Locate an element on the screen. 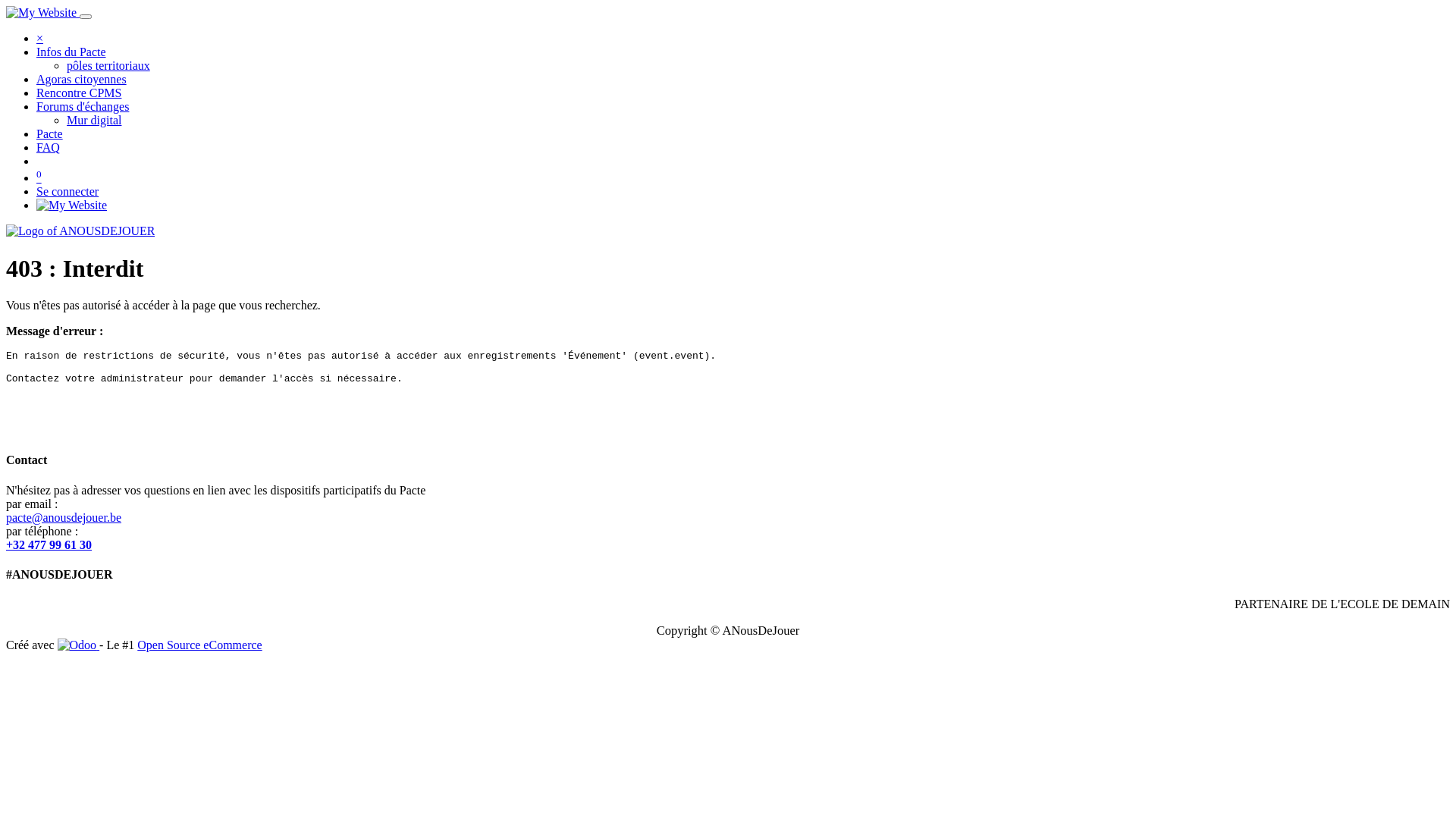  'Rencontre CPMS' is located at coordinates (78, 93).